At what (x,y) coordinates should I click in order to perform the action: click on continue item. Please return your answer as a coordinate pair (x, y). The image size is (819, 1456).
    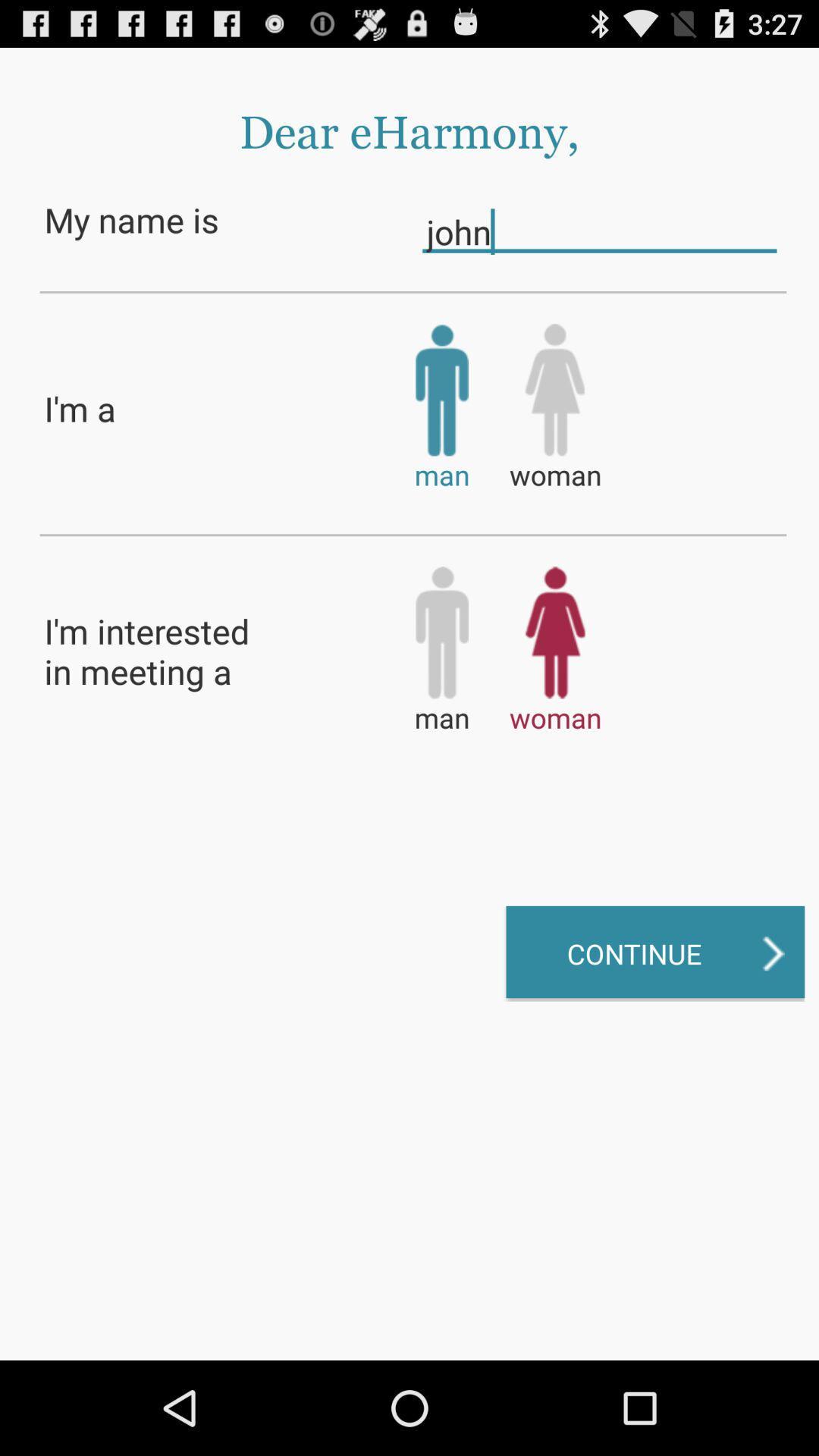
    Looking at the image, I should click on (654, 952).